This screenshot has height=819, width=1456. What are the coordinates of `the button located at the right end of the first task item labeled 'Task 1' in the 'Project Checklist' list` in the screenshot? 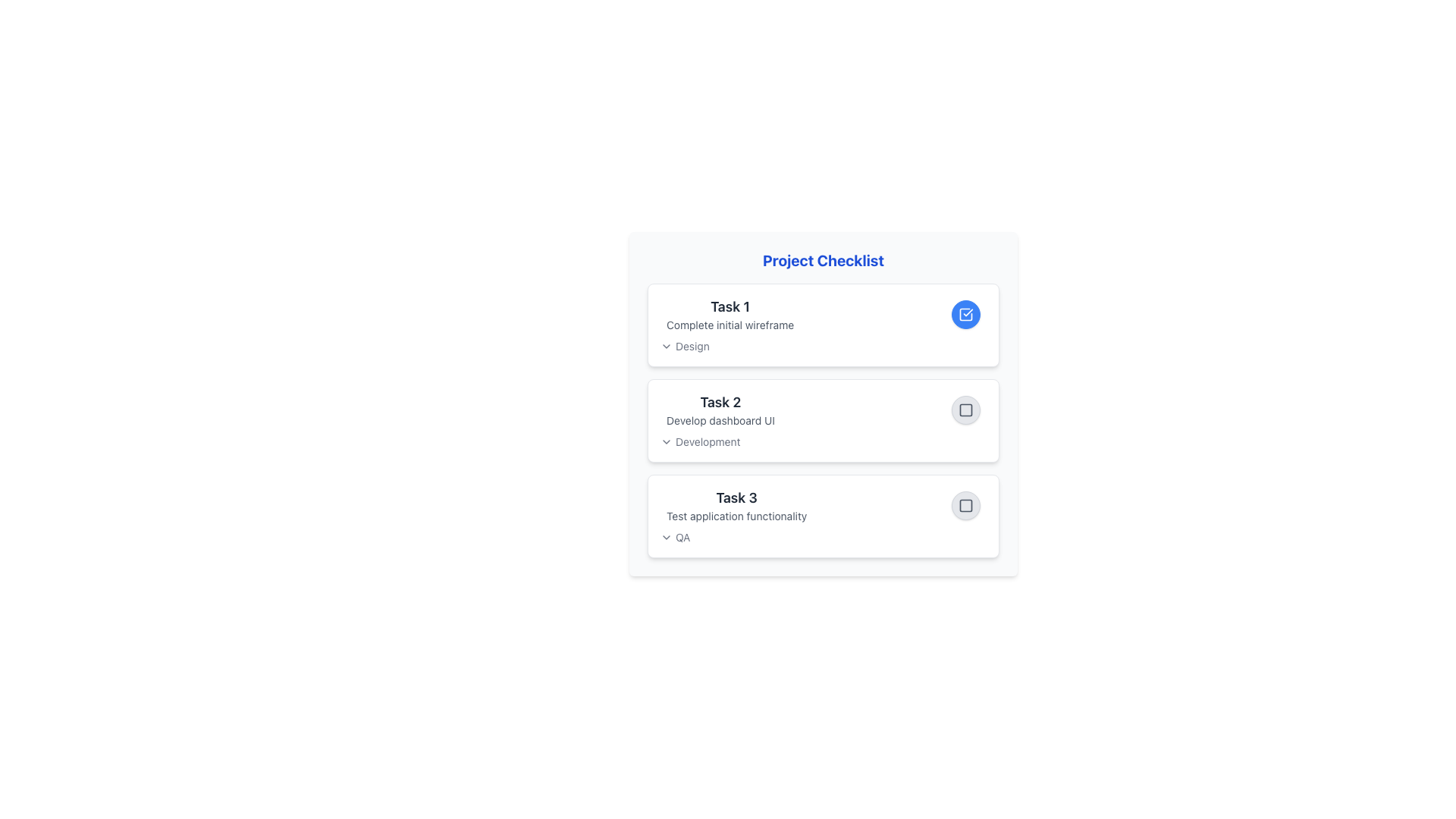 It's located at (965, 314).